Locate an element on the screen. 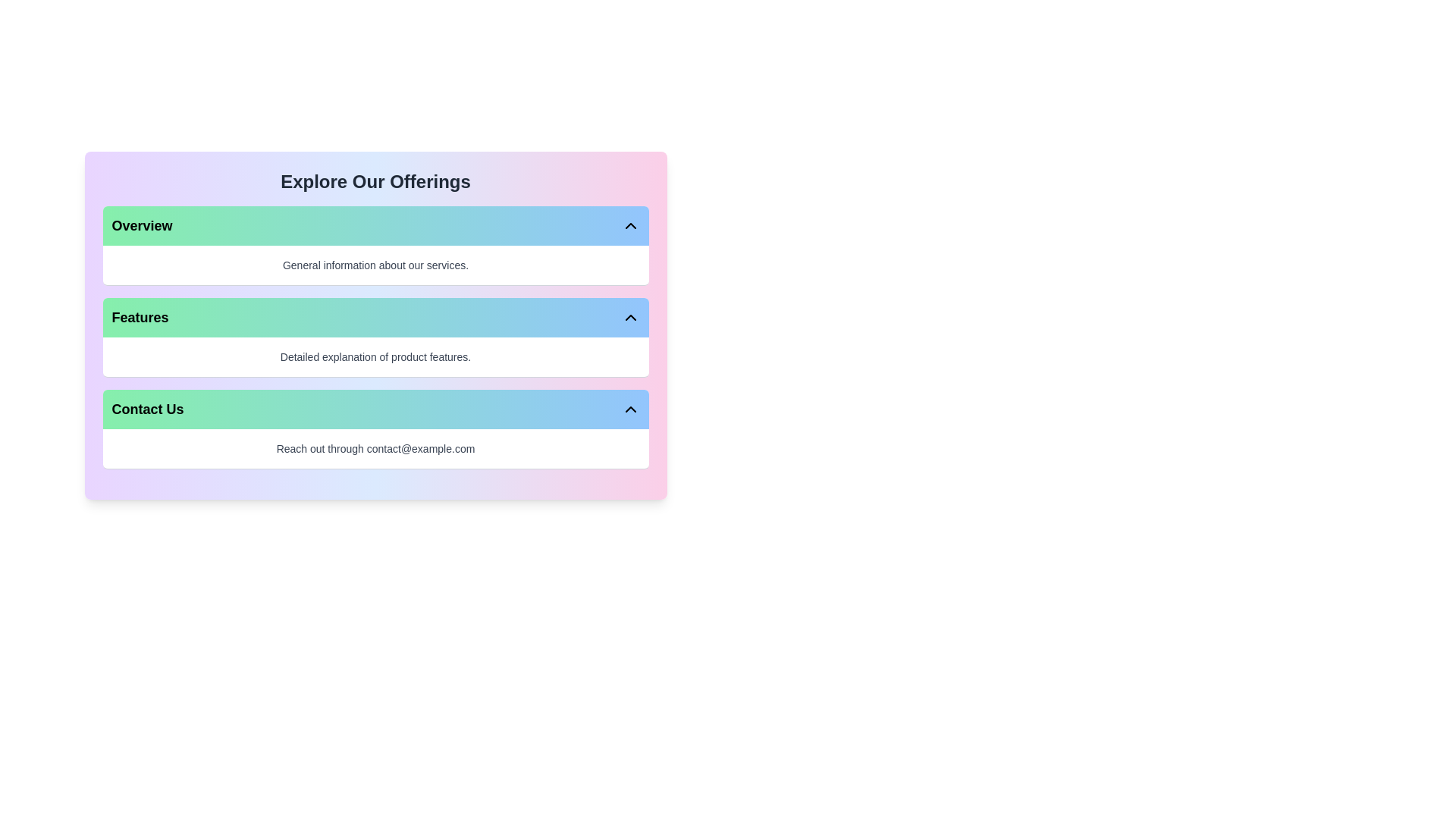 The height and width of the screenshot is (819, 1456). the 'Contact Us' collapsible section is located at coordinates (375, 429).